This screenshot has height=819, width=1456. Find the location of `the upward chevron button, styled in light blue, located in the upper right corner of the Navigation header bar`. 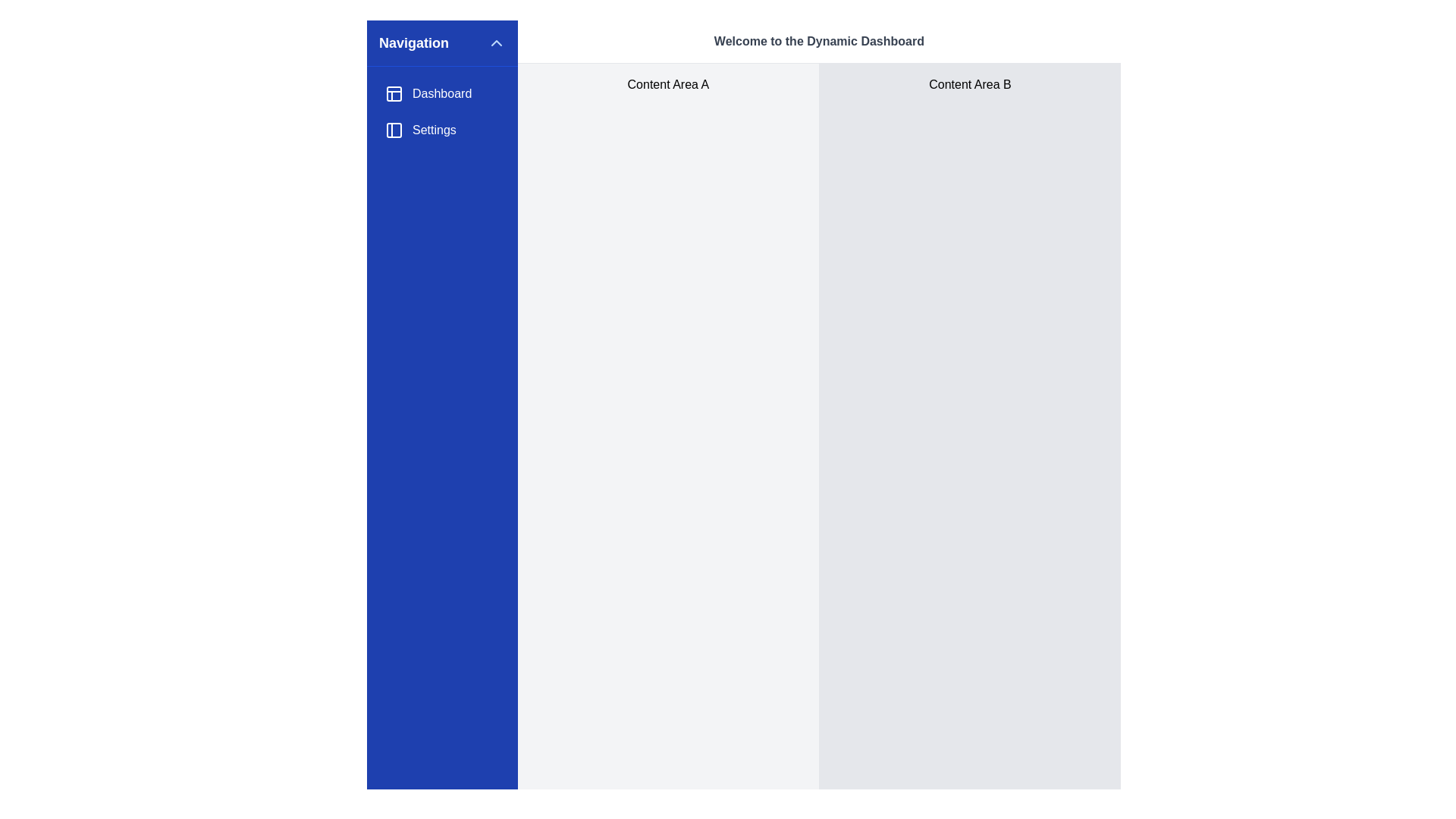

the upward chevron button, styled in light blue, located in the upper right corner of the Navigation header bar is located at coordinates (496, 42).